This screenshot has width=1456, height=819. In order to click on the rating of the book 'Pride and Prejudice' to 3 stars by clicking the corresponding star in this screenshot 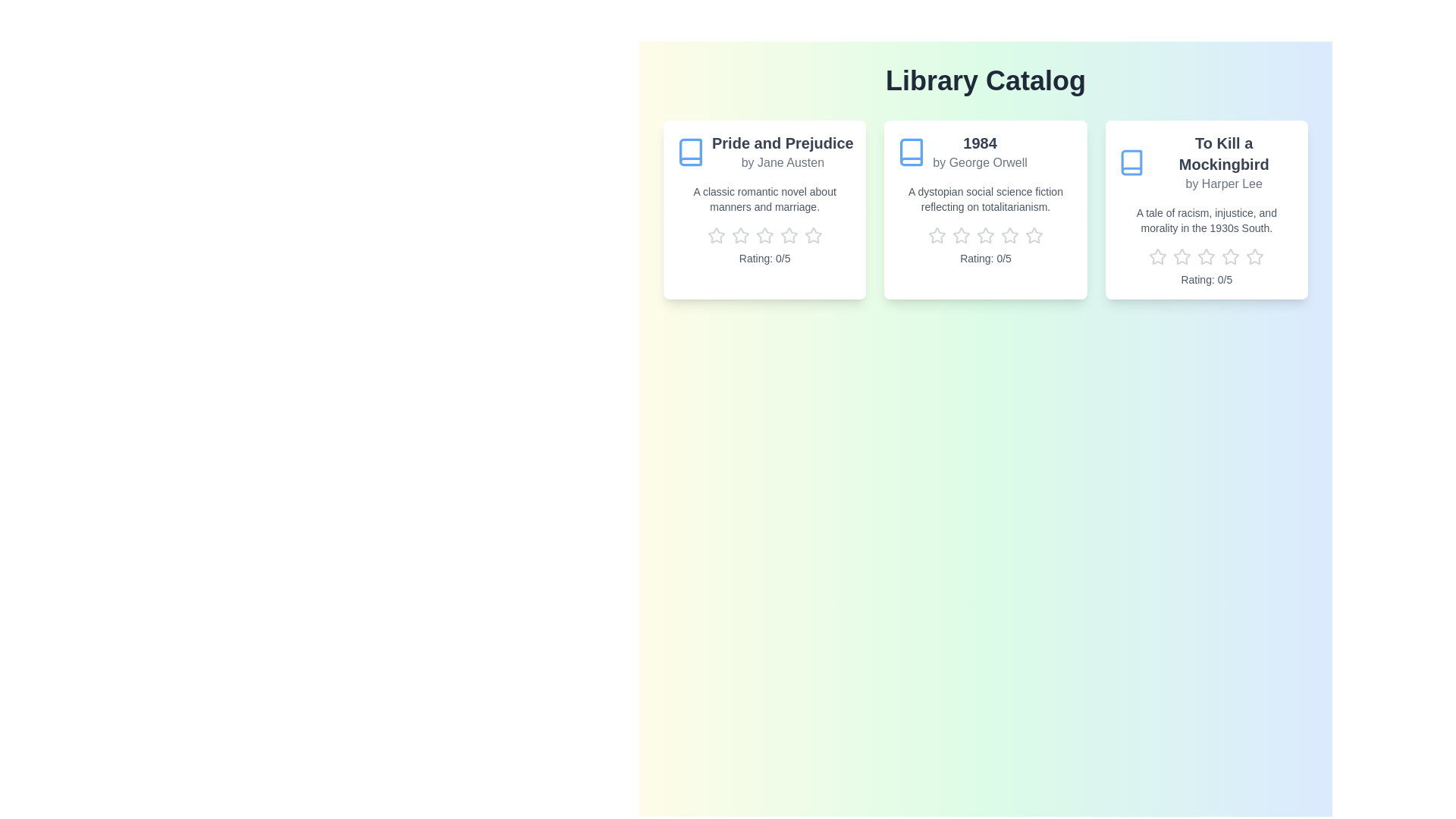, I will do `click(764, 236)`.